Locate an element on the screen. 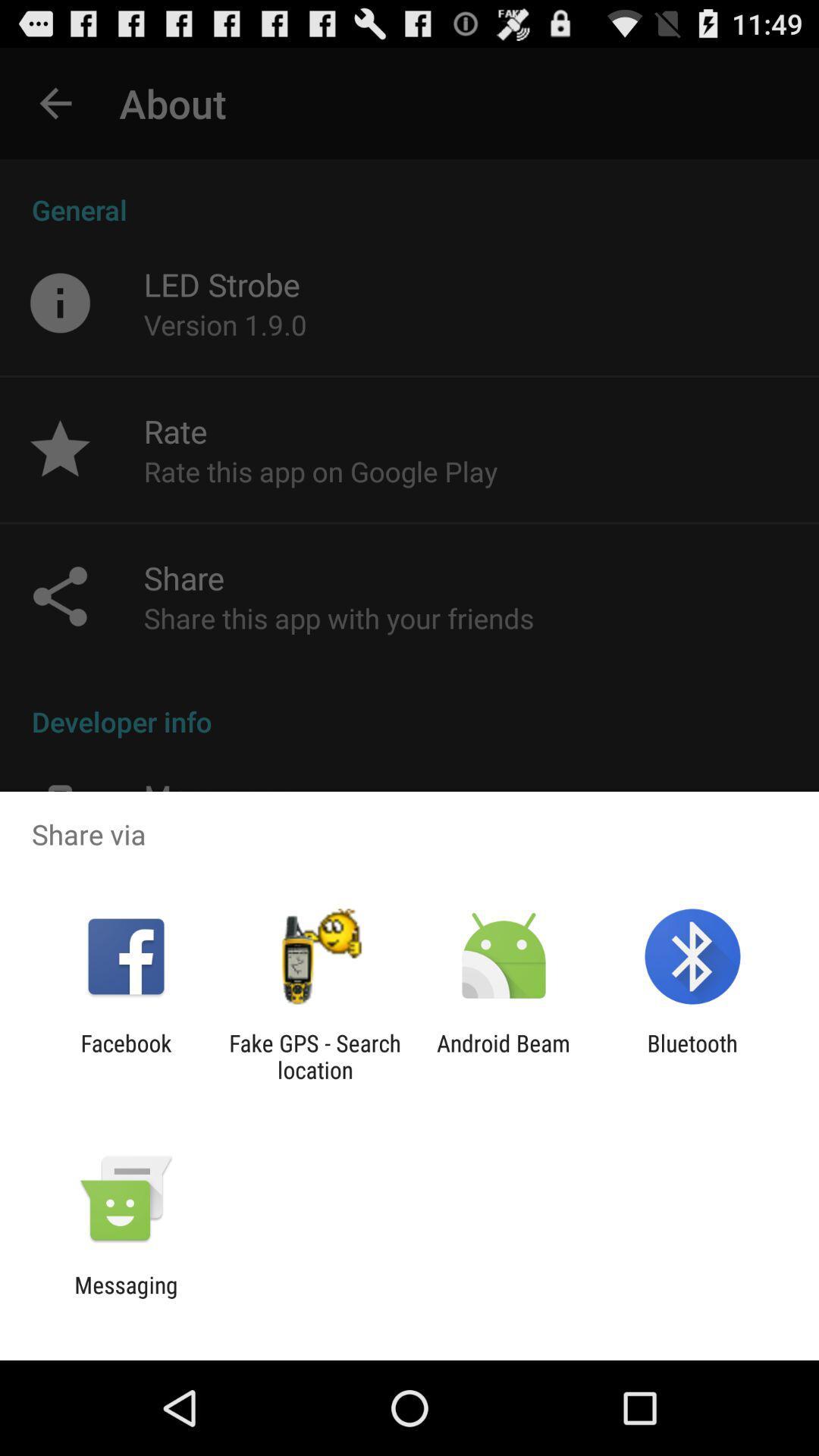  the item at the bottom right corner is located at coordinates (692, 1056).